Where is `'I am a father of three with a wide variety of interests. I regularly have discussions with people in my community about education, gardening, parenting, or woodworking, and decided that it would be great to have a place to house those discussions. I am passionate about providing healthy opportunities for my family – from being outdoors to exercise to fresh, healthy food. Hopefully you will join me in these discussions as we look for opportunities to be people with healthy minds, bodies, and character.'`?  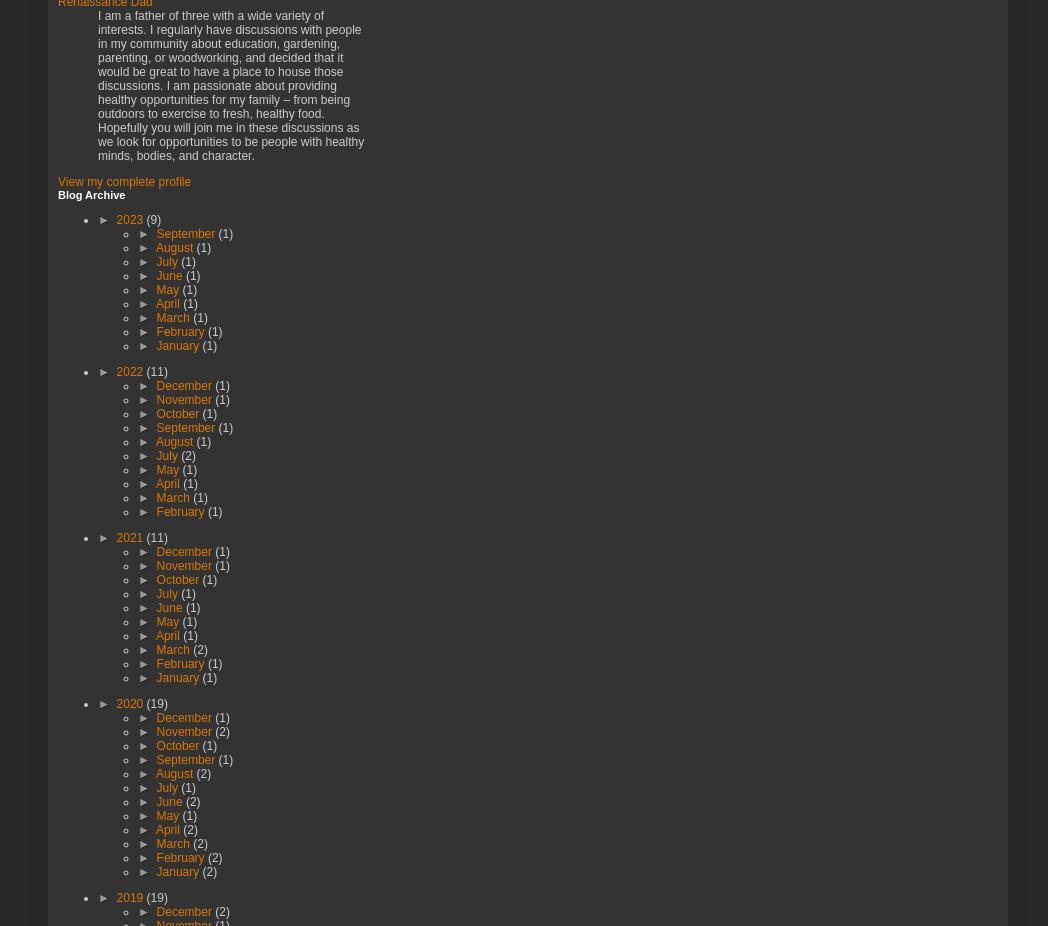
'I am a father of three with a wide variety of interests. I regularly have discussions with people in my community about education, gardening, parenting, or woodworking, and decided that it would be great to have a place to house those discussions. I am passionate about providing healthy opportunities for my family – from being outdoors to exercise to fresh, healthy food. Hopefully you will join me in these discussions as we look for opportunities to be people with healthy minds, bodies, and character.' is located at coordinates (230, 85).